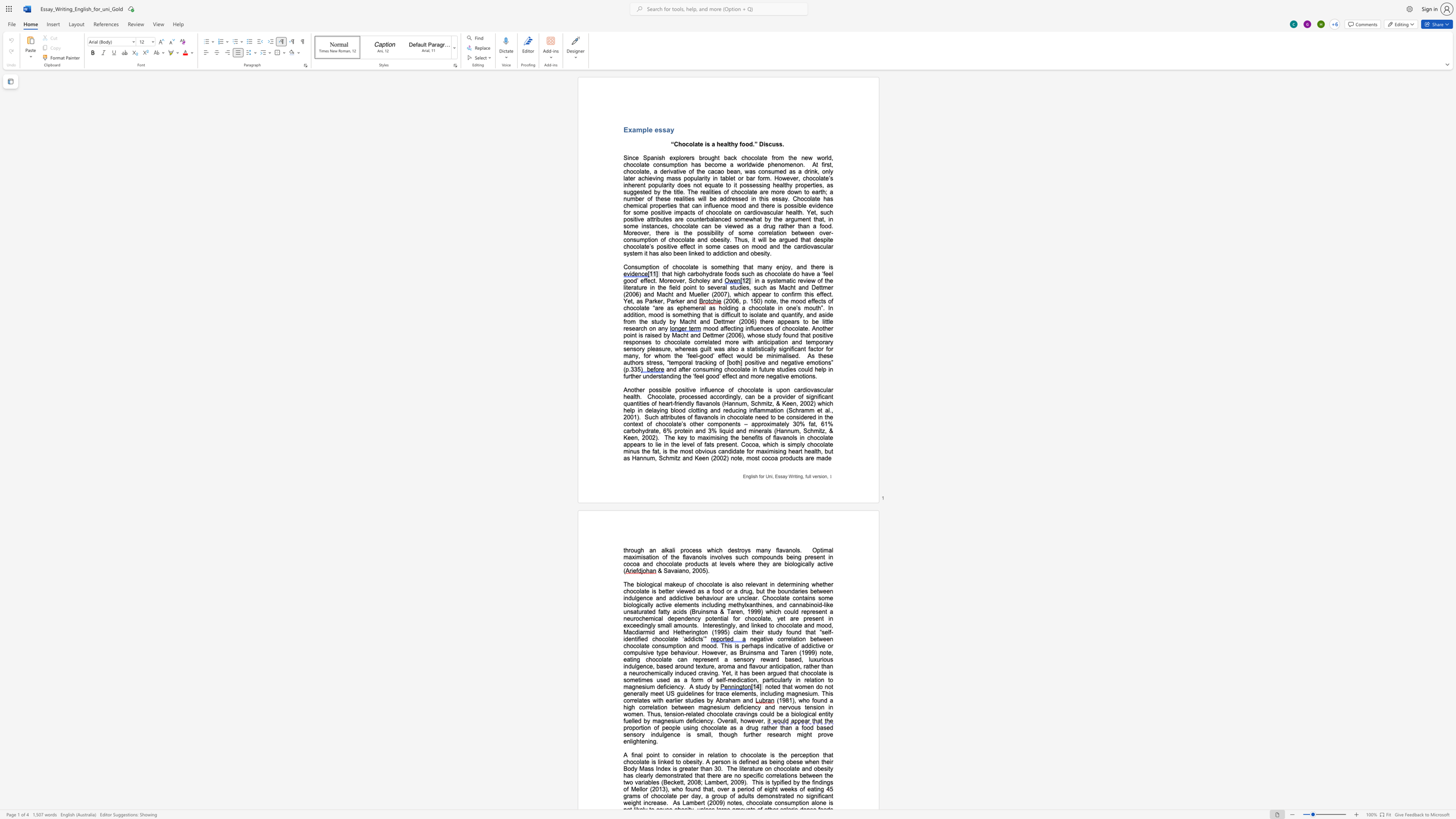  Describe the element at coordinates (714, 328) in the screenshot. I see `the space between the continuous character "o" and "d" in the text` at that location.